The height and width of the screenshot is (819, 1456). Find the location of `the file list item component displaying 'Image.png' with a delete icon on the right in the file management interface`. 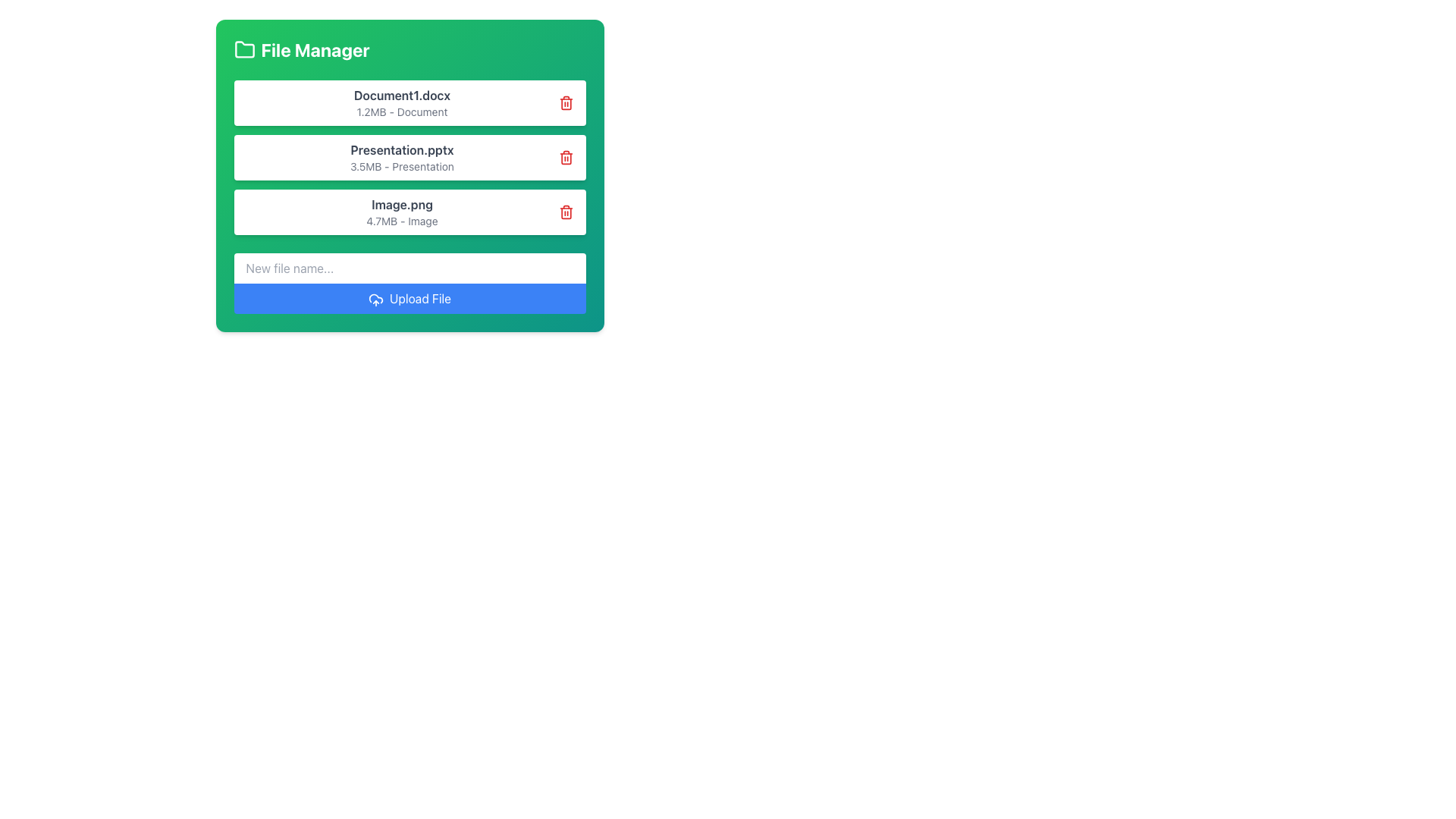

the file list item component displaying 'Image.png' with a delete icon on the right in the file management interface is located at coordinates (409, 212).